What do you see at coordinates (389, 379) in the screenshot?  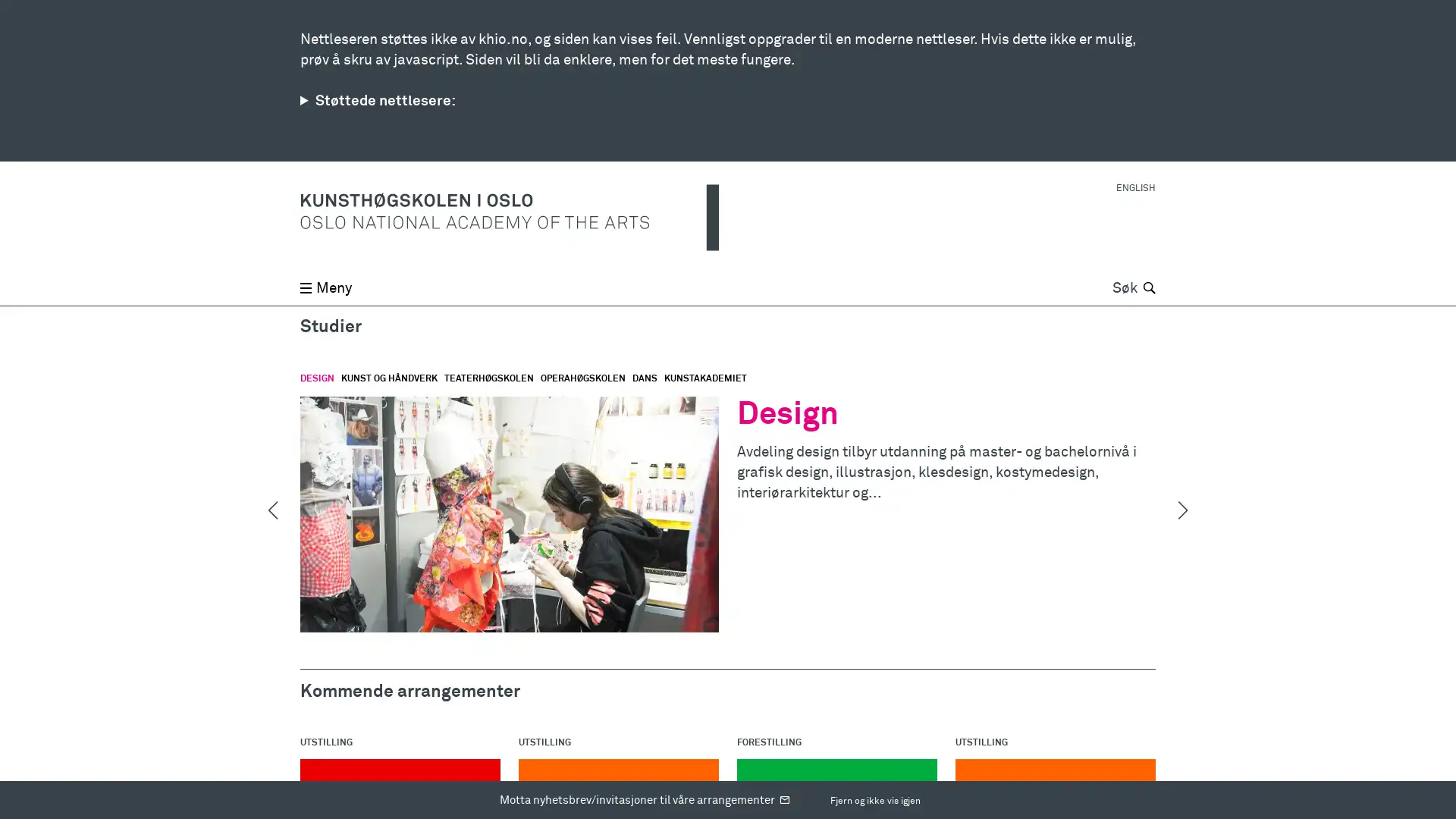 I see `KUNST OG HANDVERK` at bounding box center [389, 379].